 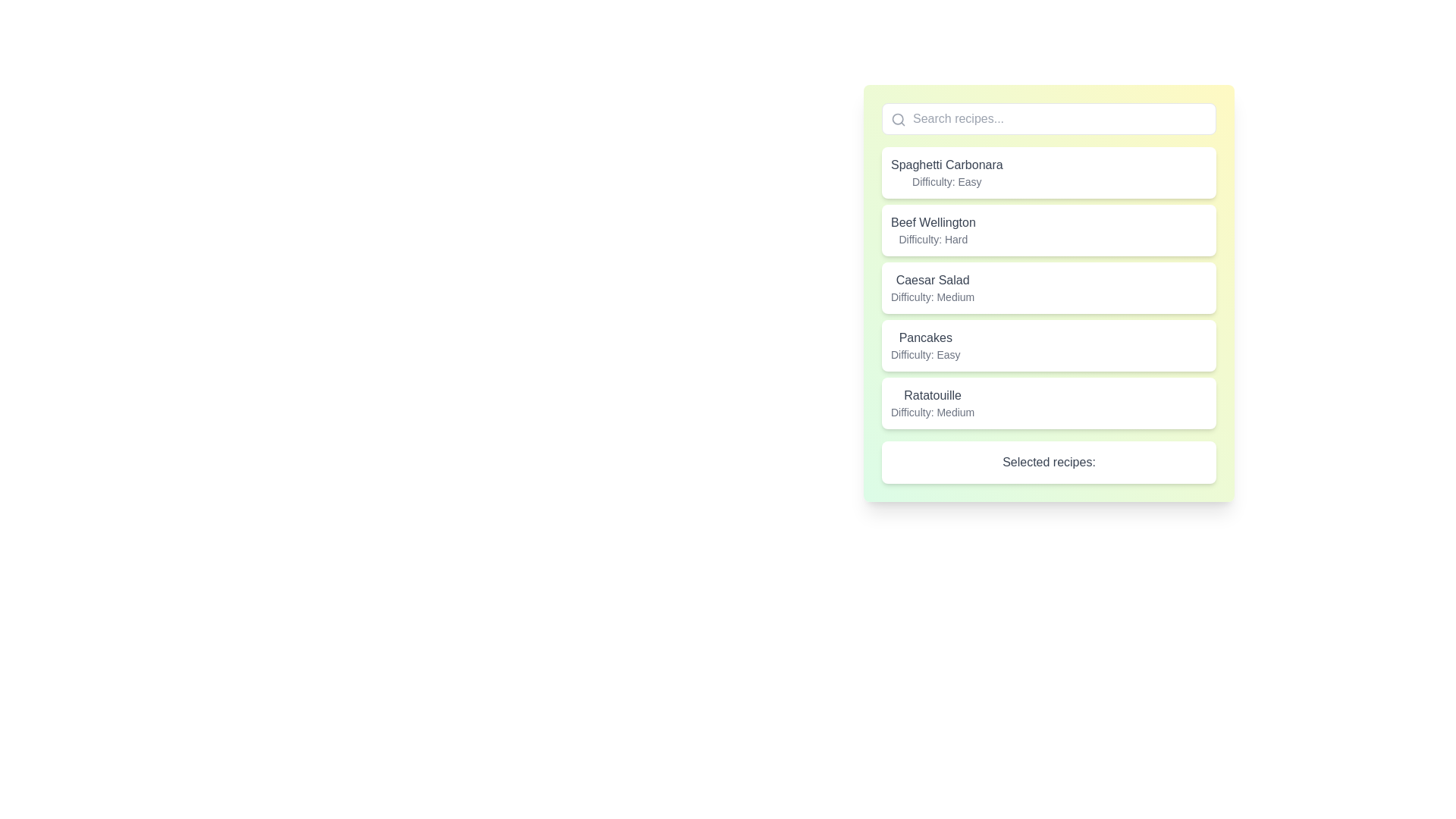 I want to click on the recipe entry text display area that shows the name and difficulty level of the recipe, which is the second item in a vertical list of recipe entries, so click(x=932, y=231).